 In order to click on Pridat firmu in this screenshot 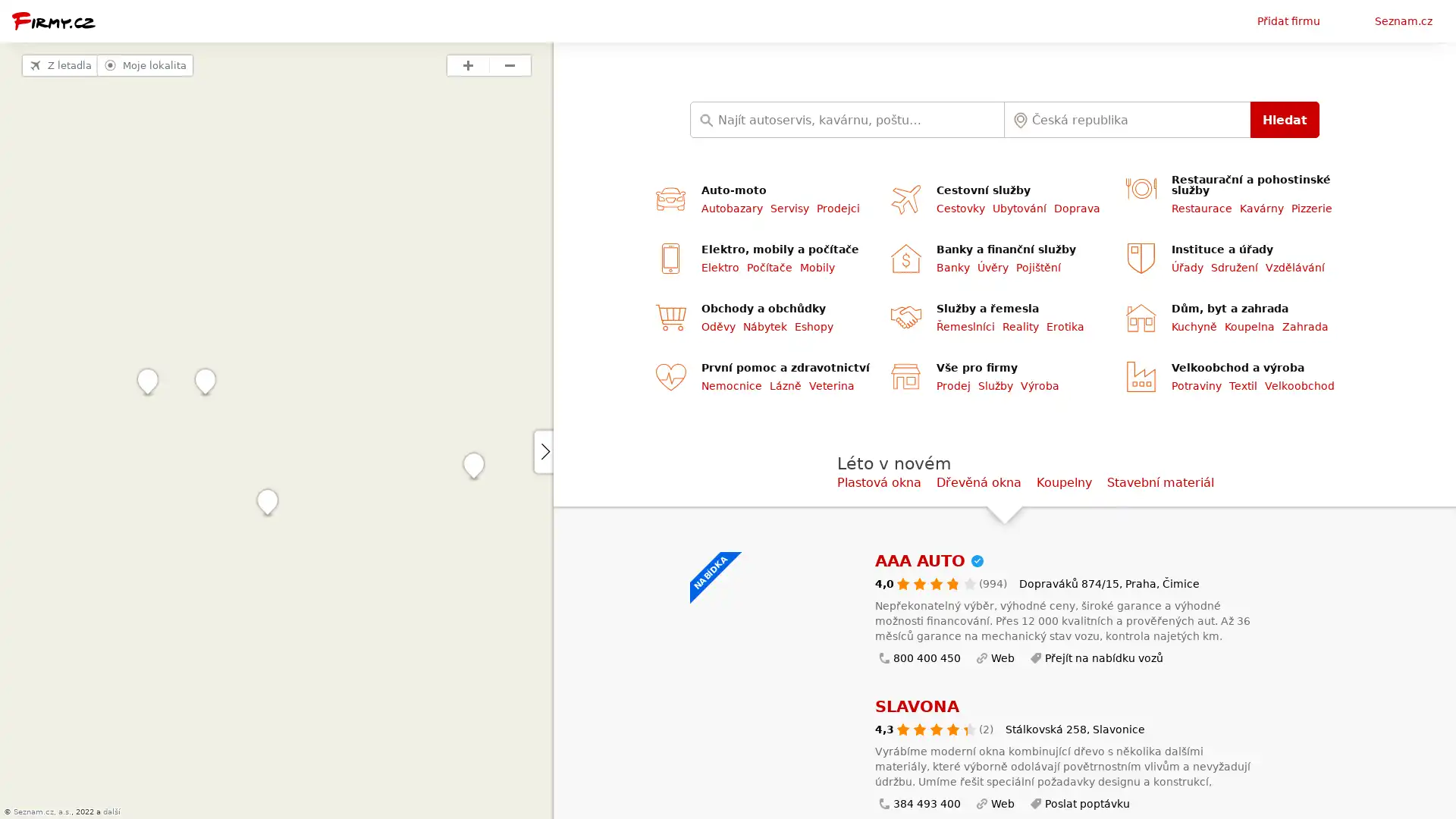, I will do `click(1233, 57)`.